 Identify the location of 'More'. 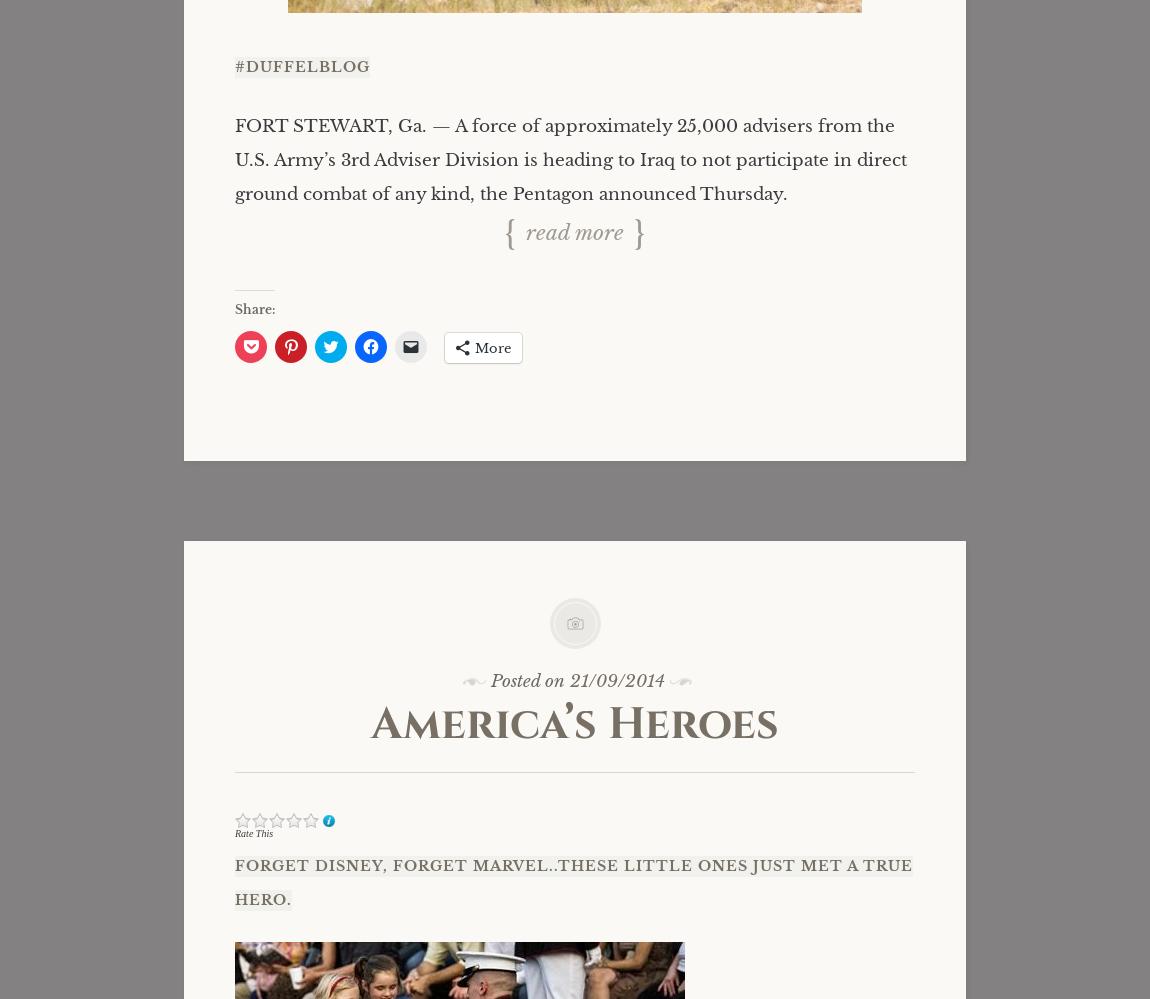
(493, 348).